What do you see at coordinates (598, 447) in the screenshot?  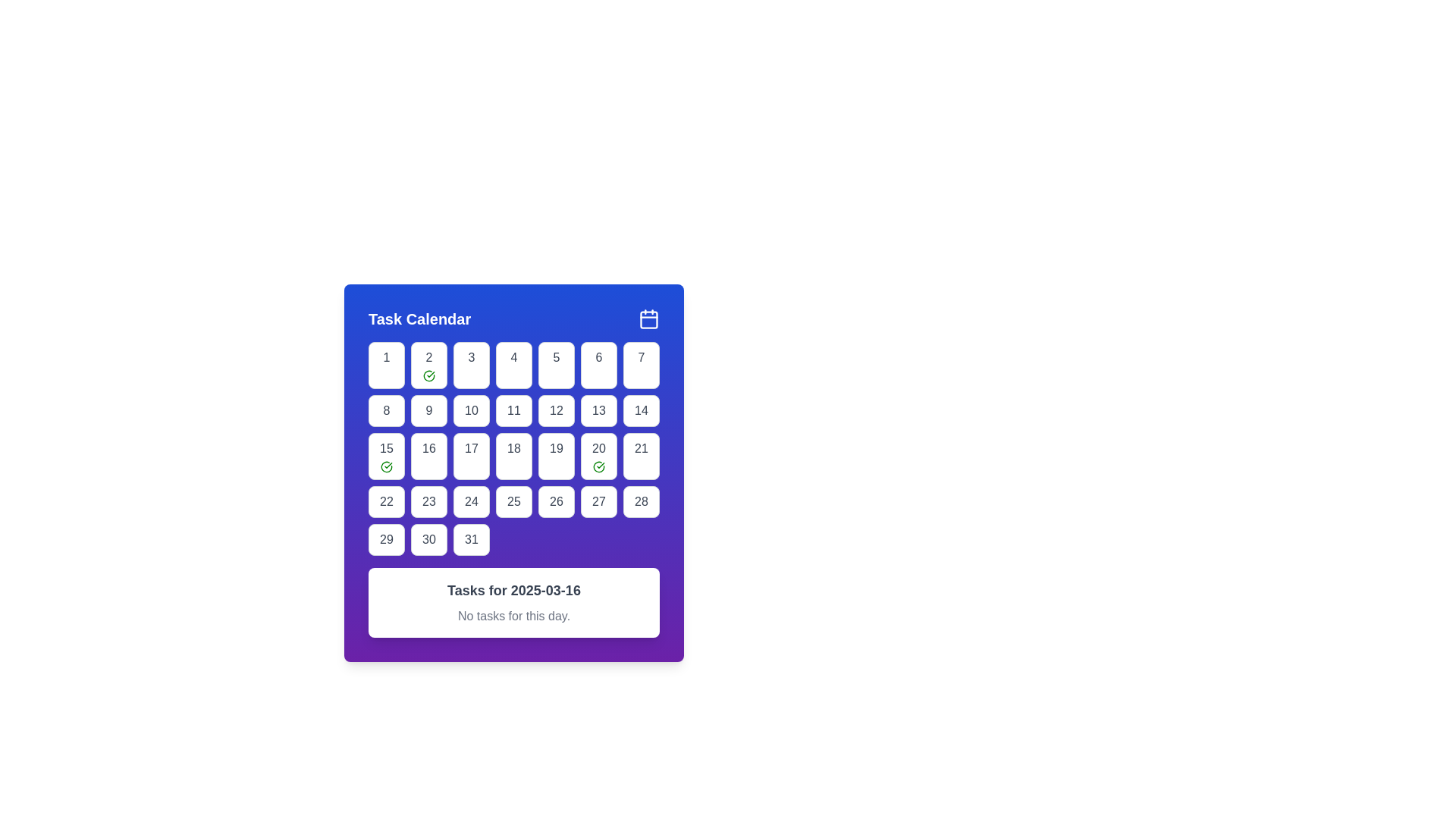 I see `the text label displaying the number '20' located in the sixth column of the third row of the calendar grid, which has a light background and a gray border` at bounding box center [598, 447].